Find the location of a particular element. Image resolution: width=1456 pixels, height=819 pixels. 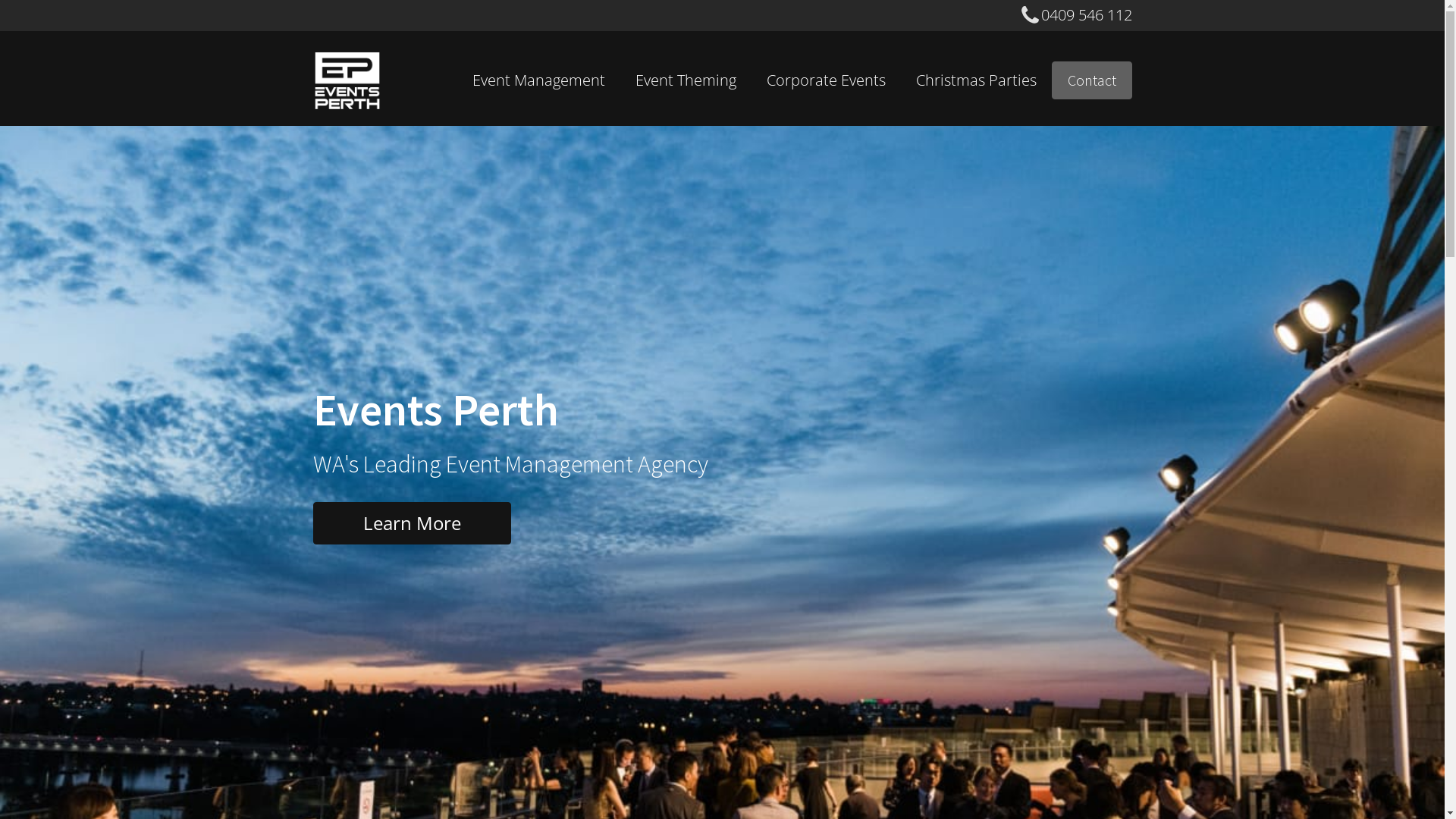

'Event Theming' is located at coordinates (685, 80).